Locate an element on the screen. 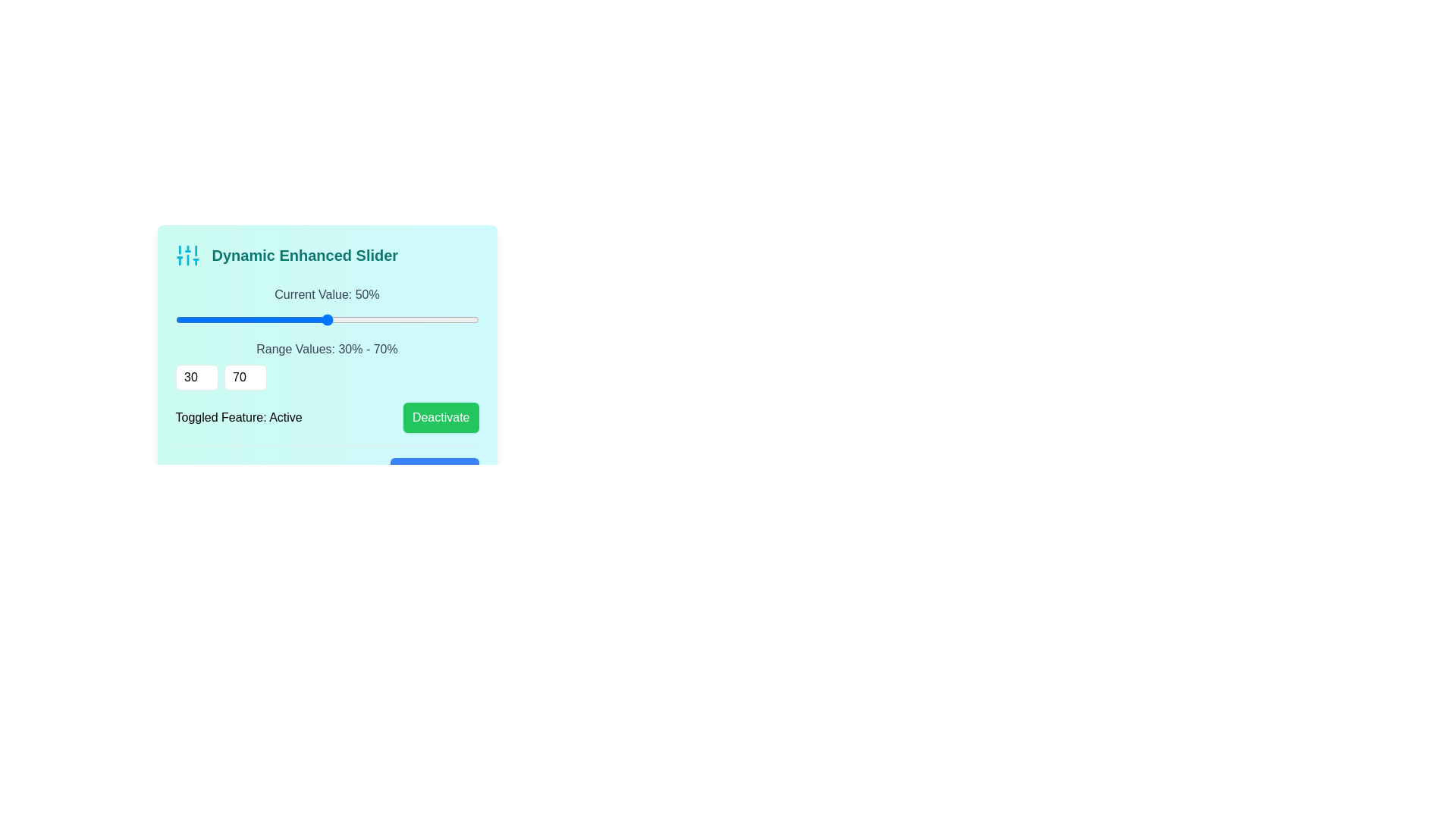  the slider is located at coordinates (326, 318).